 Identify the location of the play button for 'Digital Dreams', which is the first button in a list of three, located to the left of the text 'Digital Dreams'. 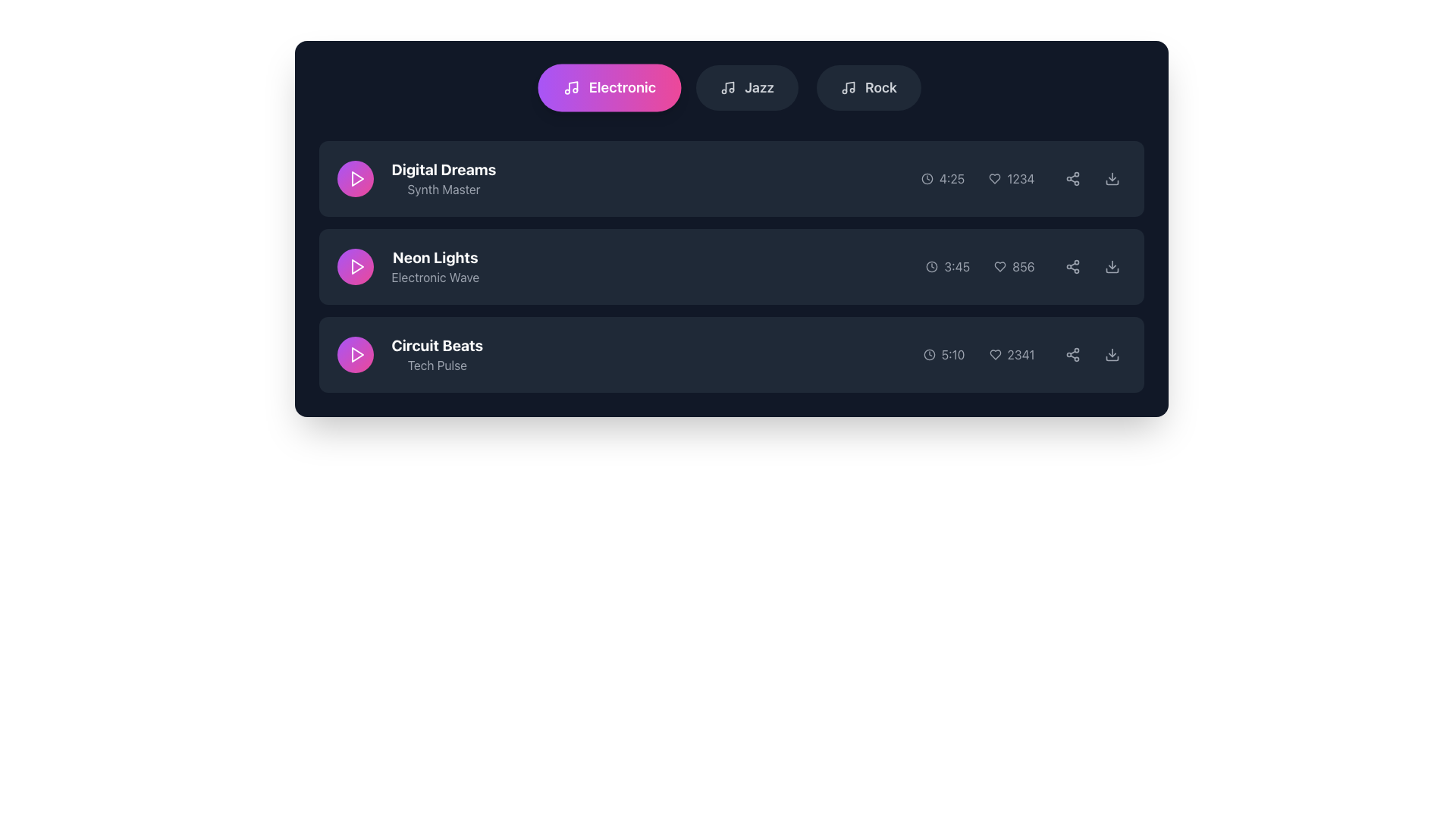
(354, 177).